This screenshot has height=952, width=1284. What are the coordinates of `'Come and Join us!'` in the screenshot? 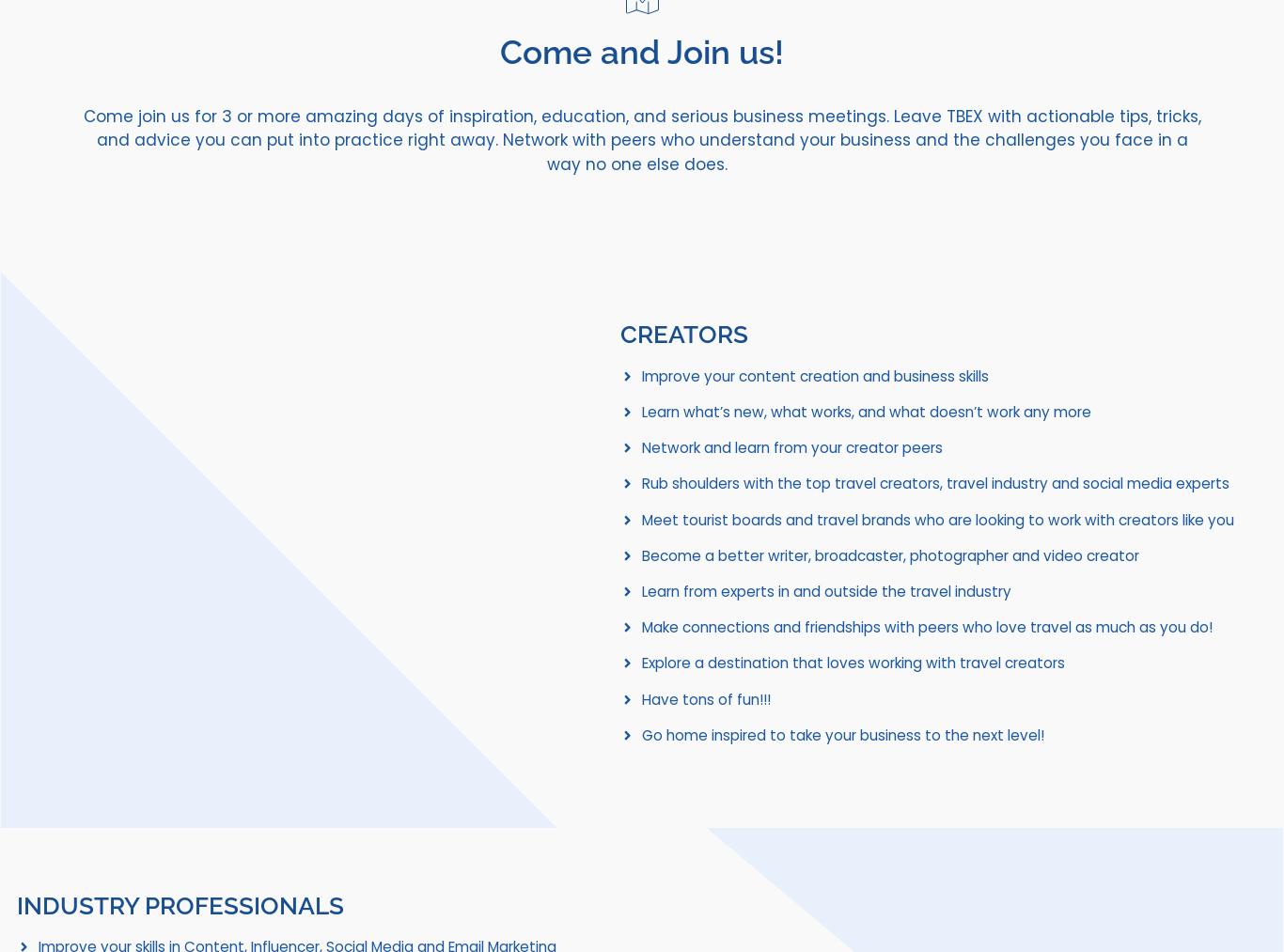 It's located at (500, 50).